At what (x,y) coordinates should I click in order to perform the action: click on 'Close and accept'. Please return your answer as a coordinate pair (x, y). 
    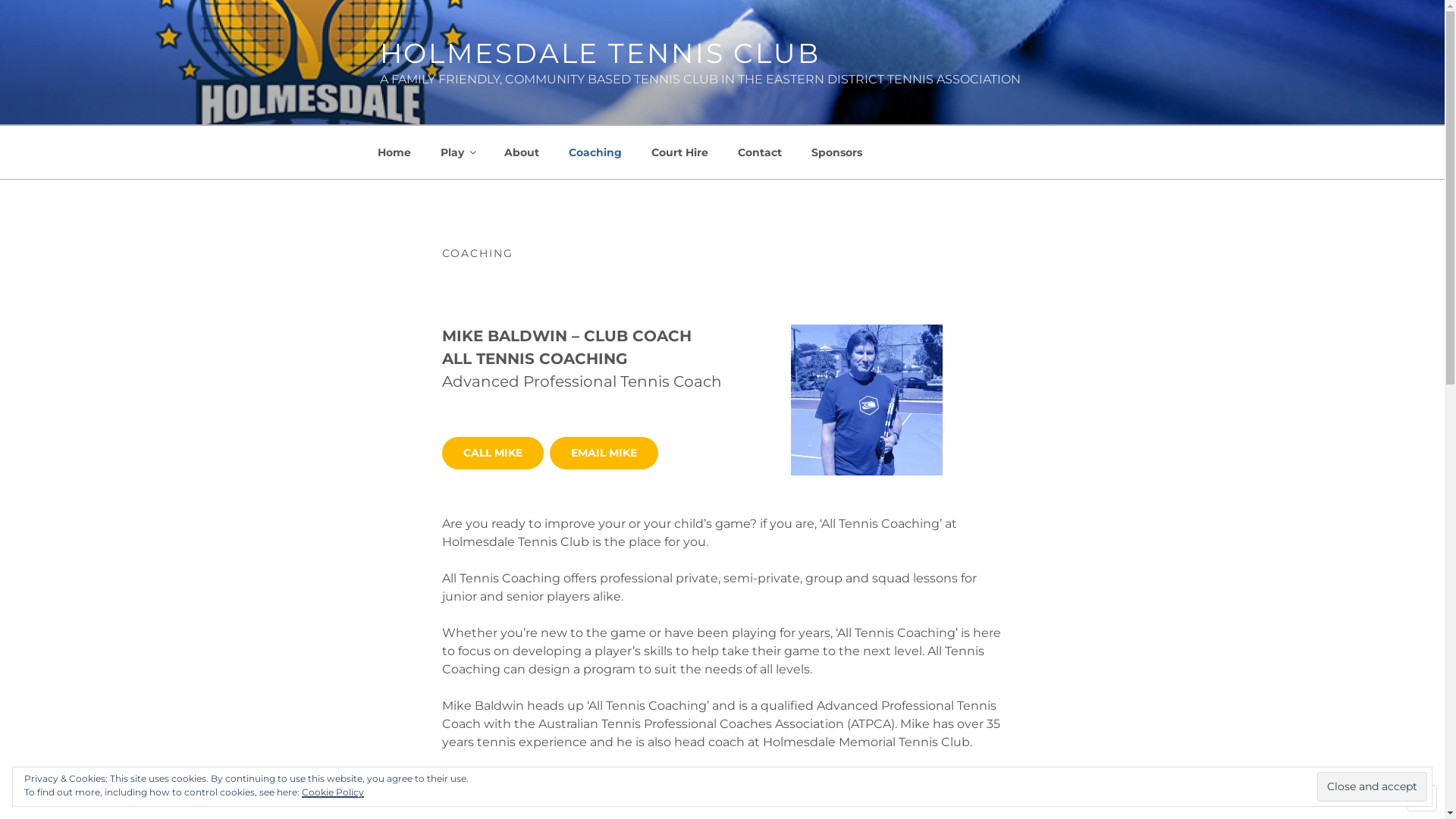
    Looking at the image, I should click on (1372, 786).